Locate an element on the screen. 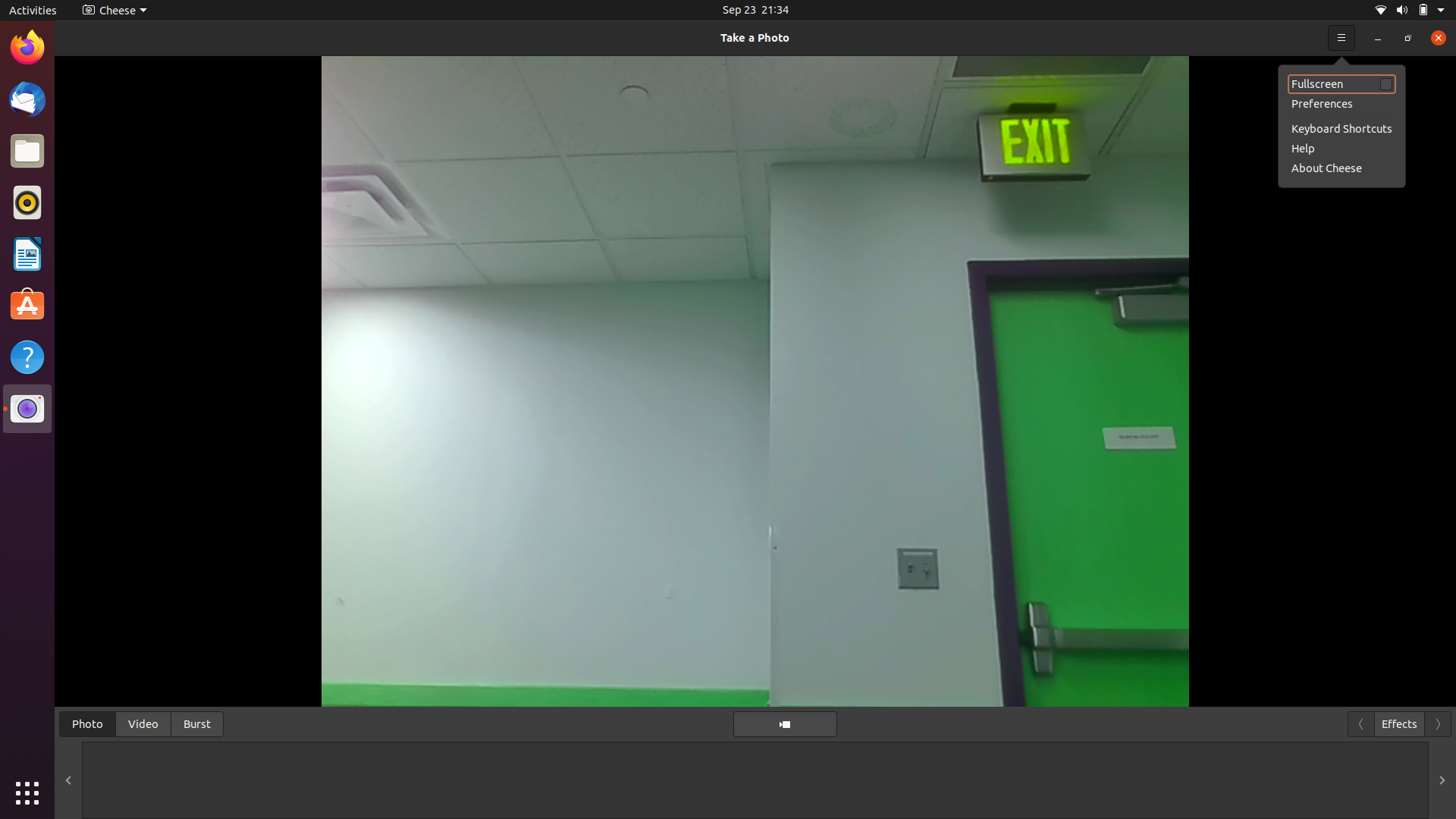 This screenshot has width=1456, height=819. View all captured videos is located at coordinates (143, 722).